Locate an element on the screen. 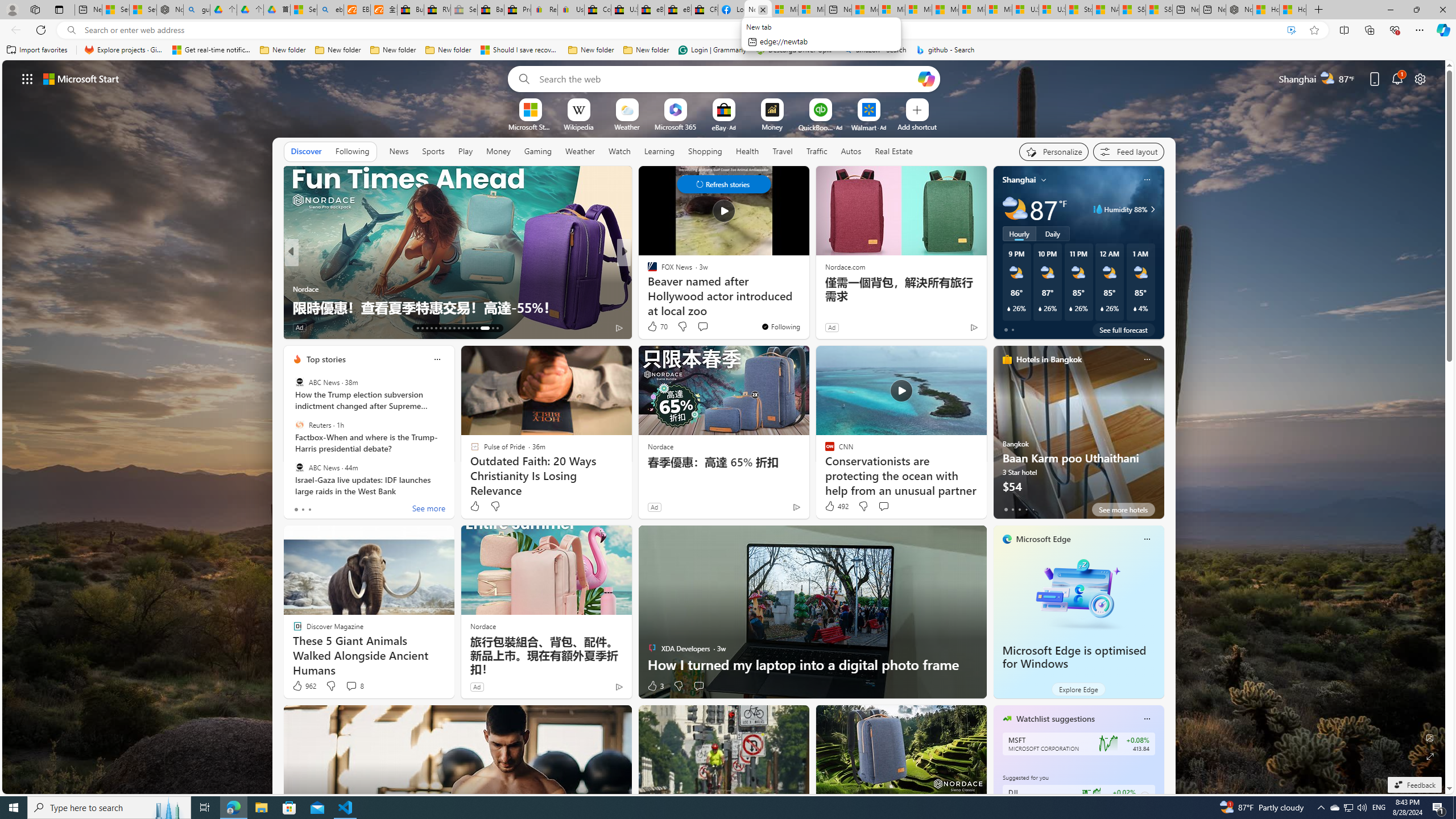 Image resolution: width=1456 pixels, height=819 pixels. 'AutomationID: tab-15' is located at coordinates (427, 328).